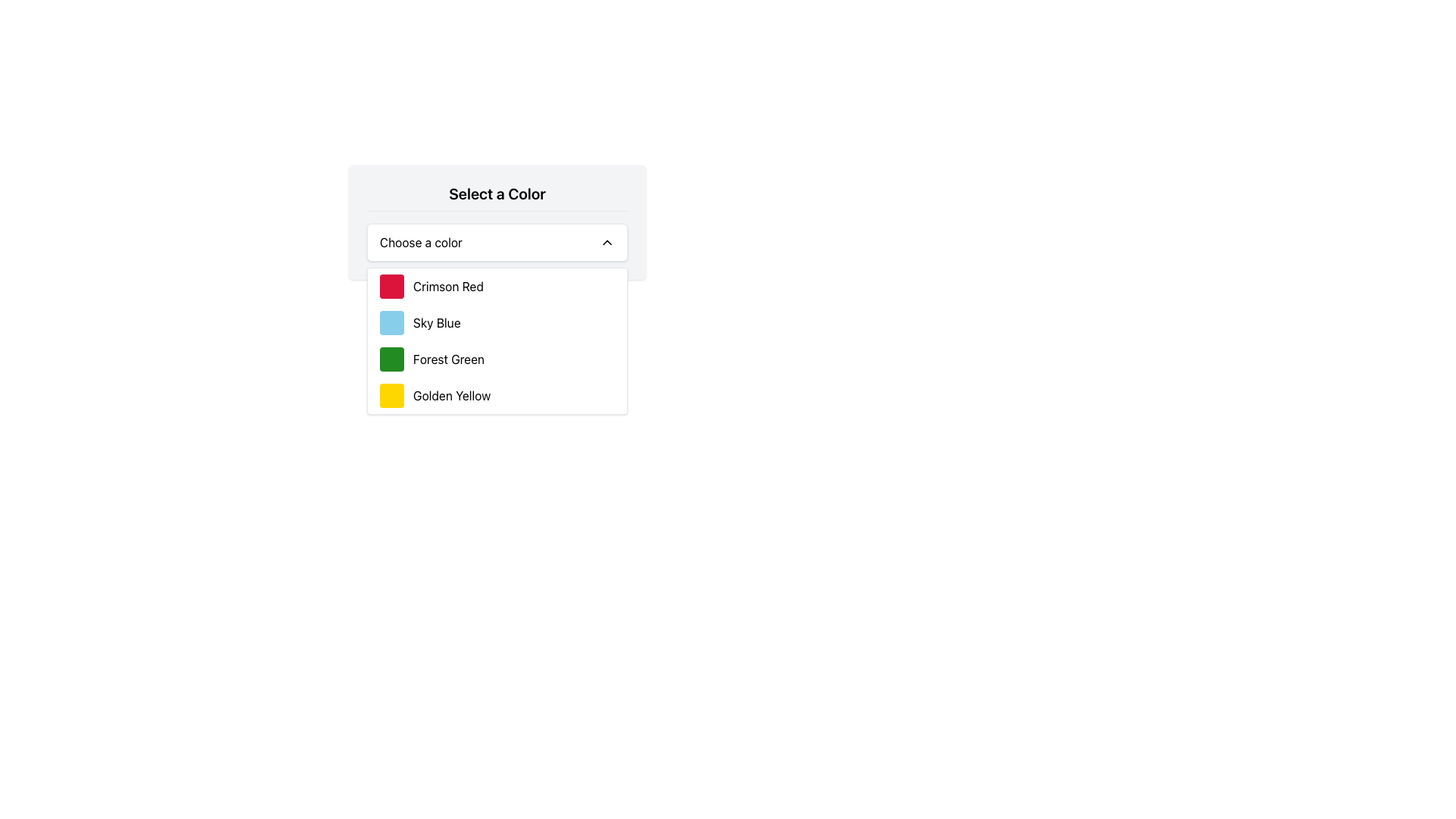 This screenshot has height=819, width=1456. What do you see at coordinates (450, 394) in the screenshot?
I see `the 'Golden Yellow' text label in the fourth row of the color options list` at bounding box center [450, 394].